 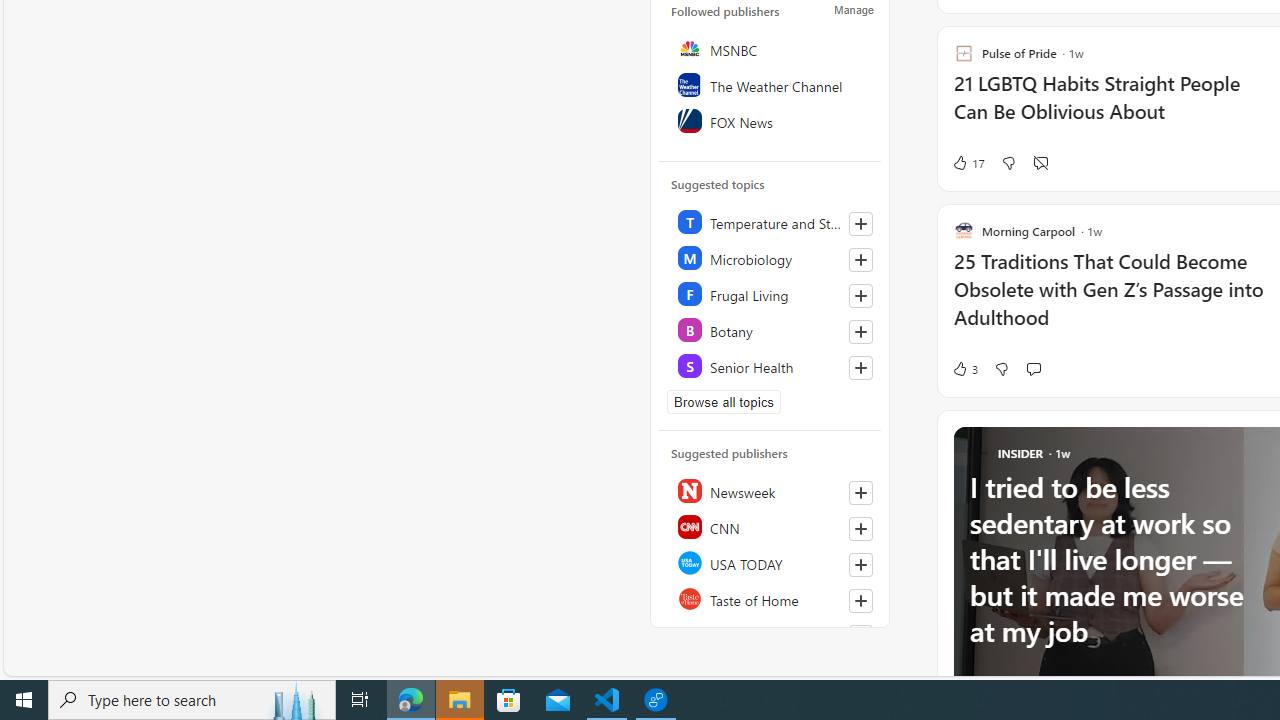 I want to click on 'Browse all topics', so click(x=723, y=402).